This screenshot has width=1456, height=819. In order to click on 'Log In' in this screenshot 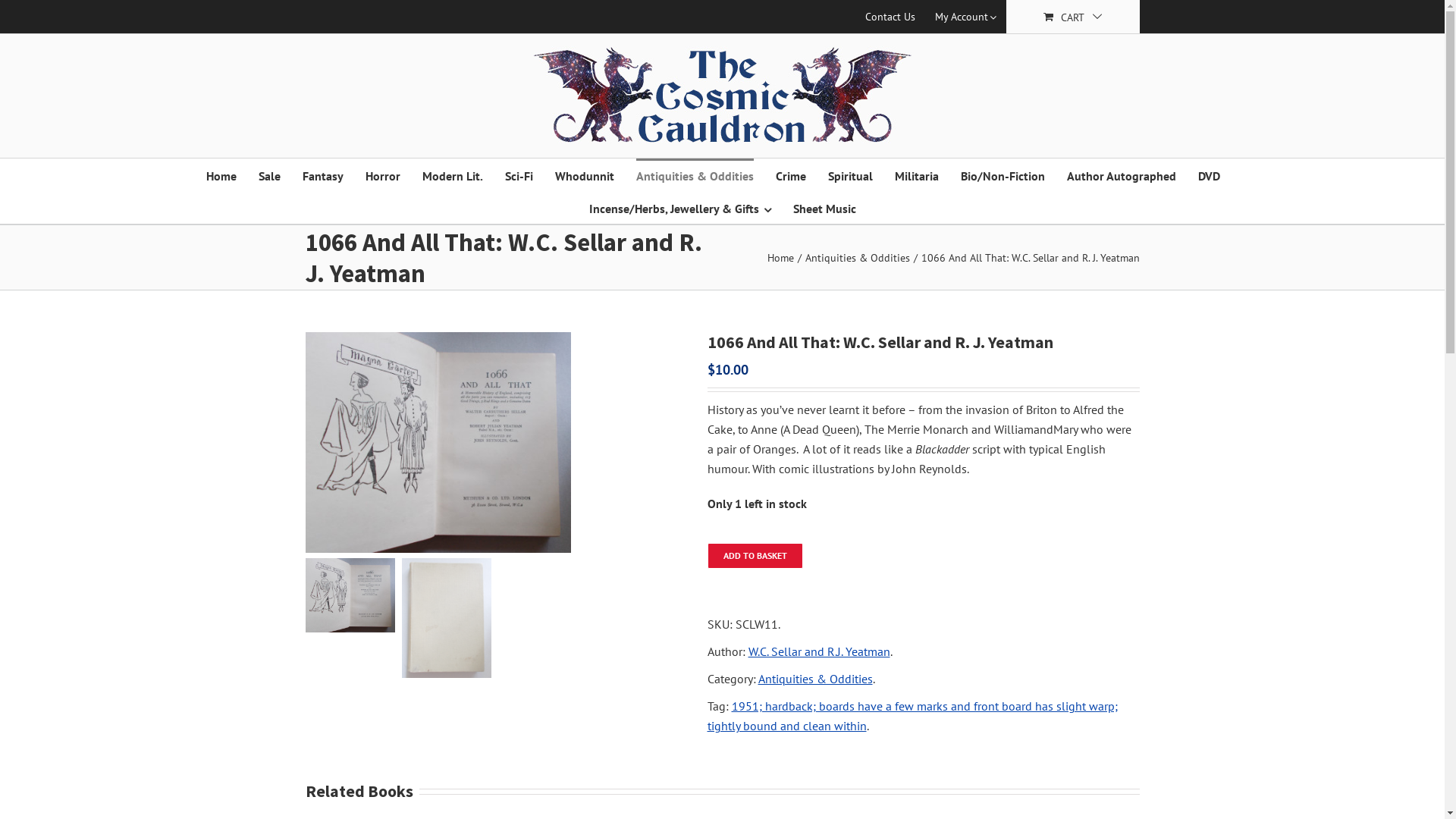, I will do `click(938, 160)`.